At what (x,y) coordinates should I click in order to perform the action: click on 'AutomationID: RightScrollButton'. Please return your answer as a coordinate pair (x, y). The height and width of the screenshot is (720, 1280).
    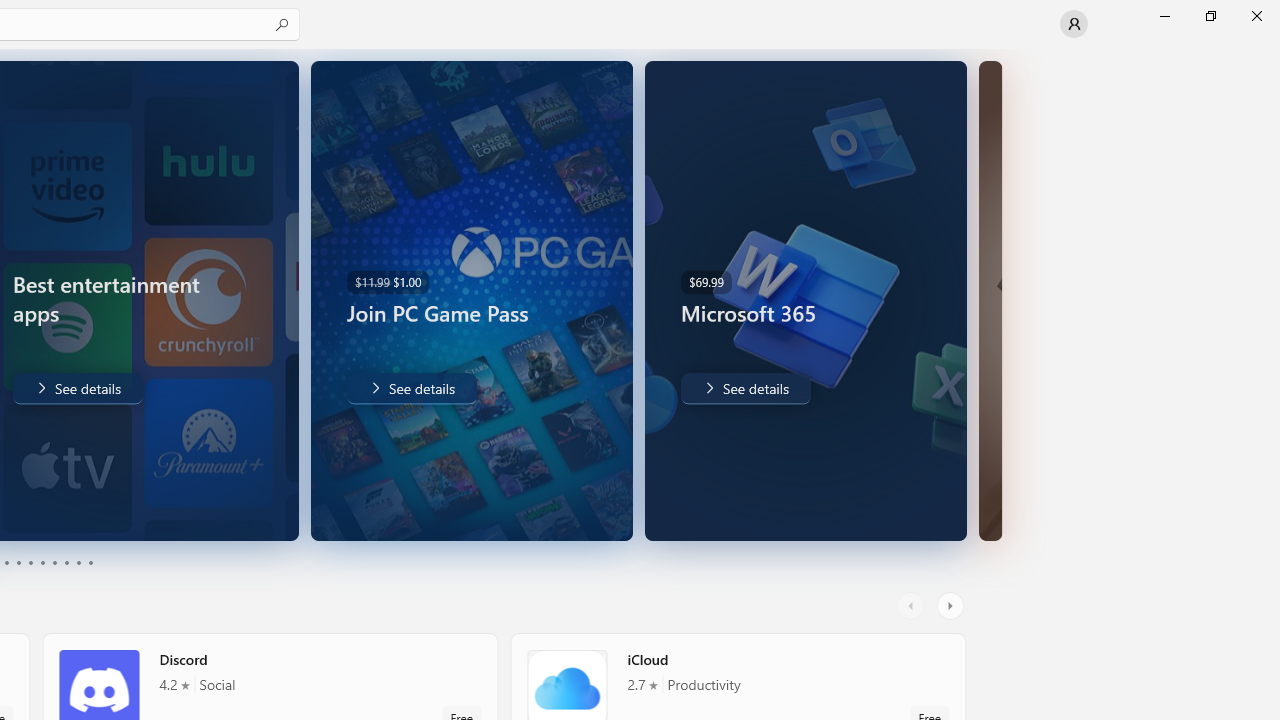
    Looking at the image, I should click on (951, 605).